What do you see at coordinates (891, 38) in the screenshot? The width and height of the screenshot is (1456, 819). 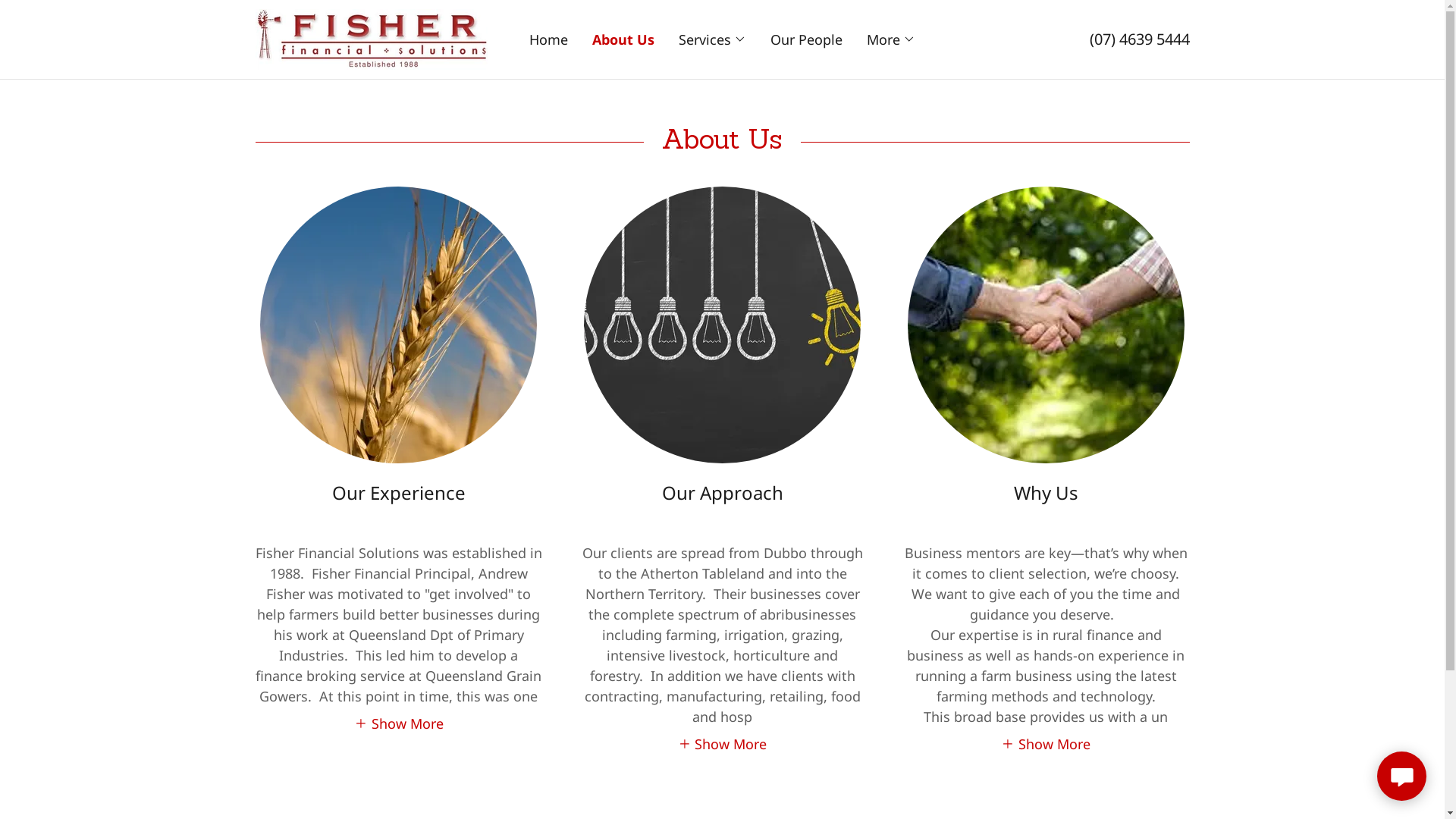 I see `'More'` at bounding box center [891, 38].